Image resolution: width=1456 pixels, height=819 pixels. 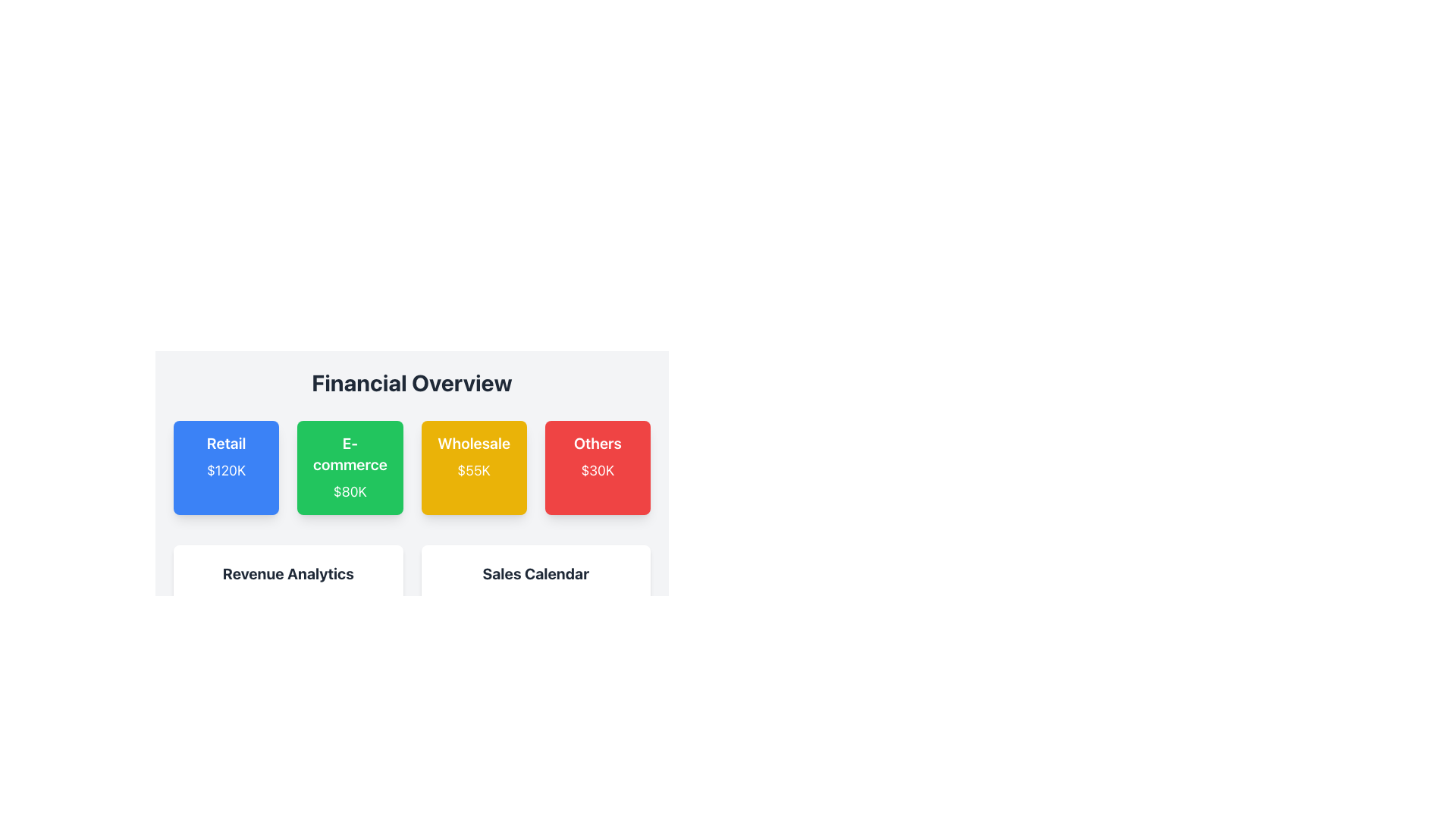 I want to click on the text 'Retail' which is styled in large, bold, white font on a blue rectangular background, located in the top-left section of the leftmost card in the 'Financial Overview' section, so click(x=225, y=444).